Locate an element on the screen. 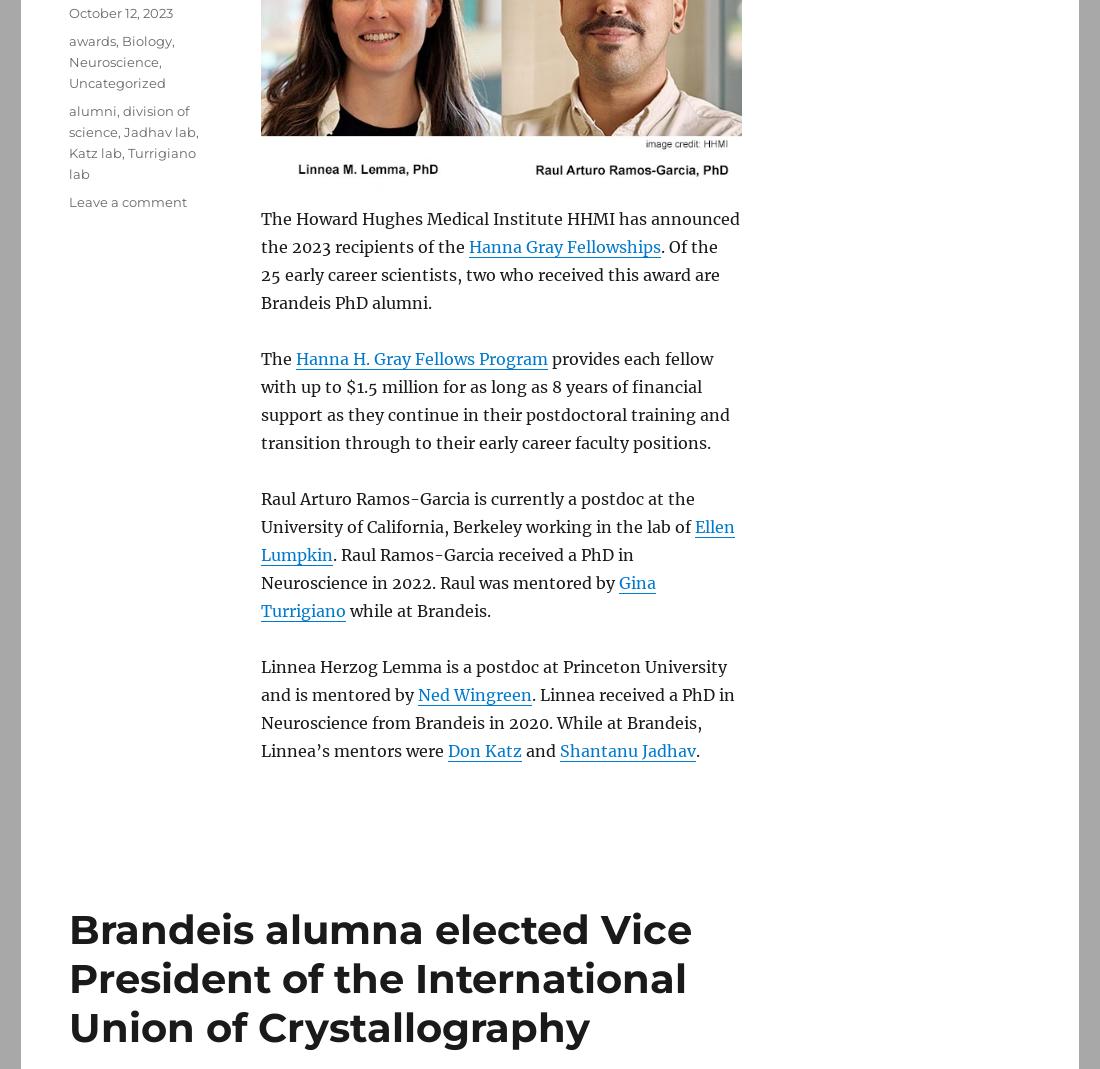 The height and width of the screenshot is (1069, 1100). 'Leave a comment' is located at coordinates (128, 202).